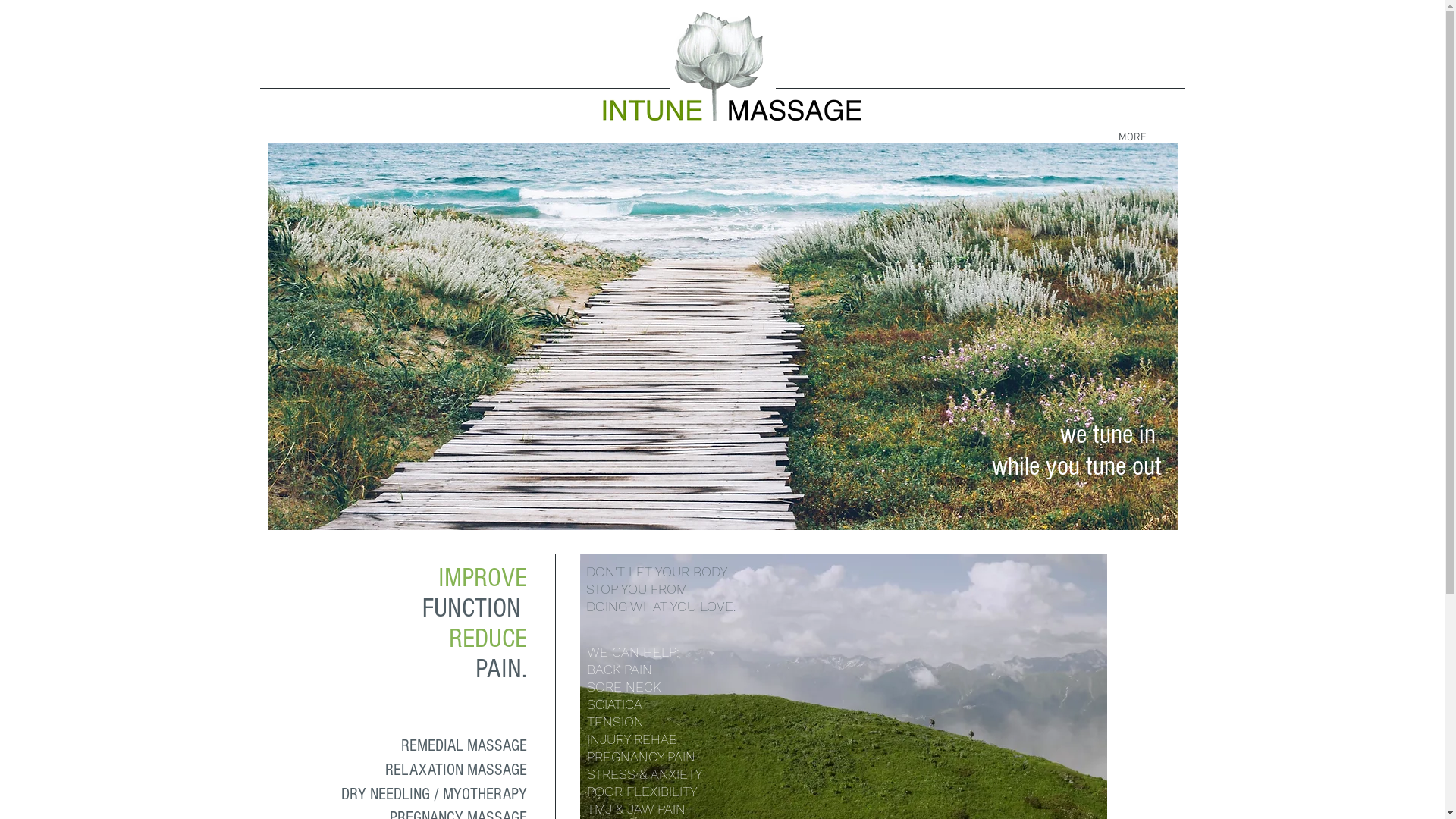  Describe the element at coordinates (639, 808) in the screenshot. I see `'JAW'` at that location.